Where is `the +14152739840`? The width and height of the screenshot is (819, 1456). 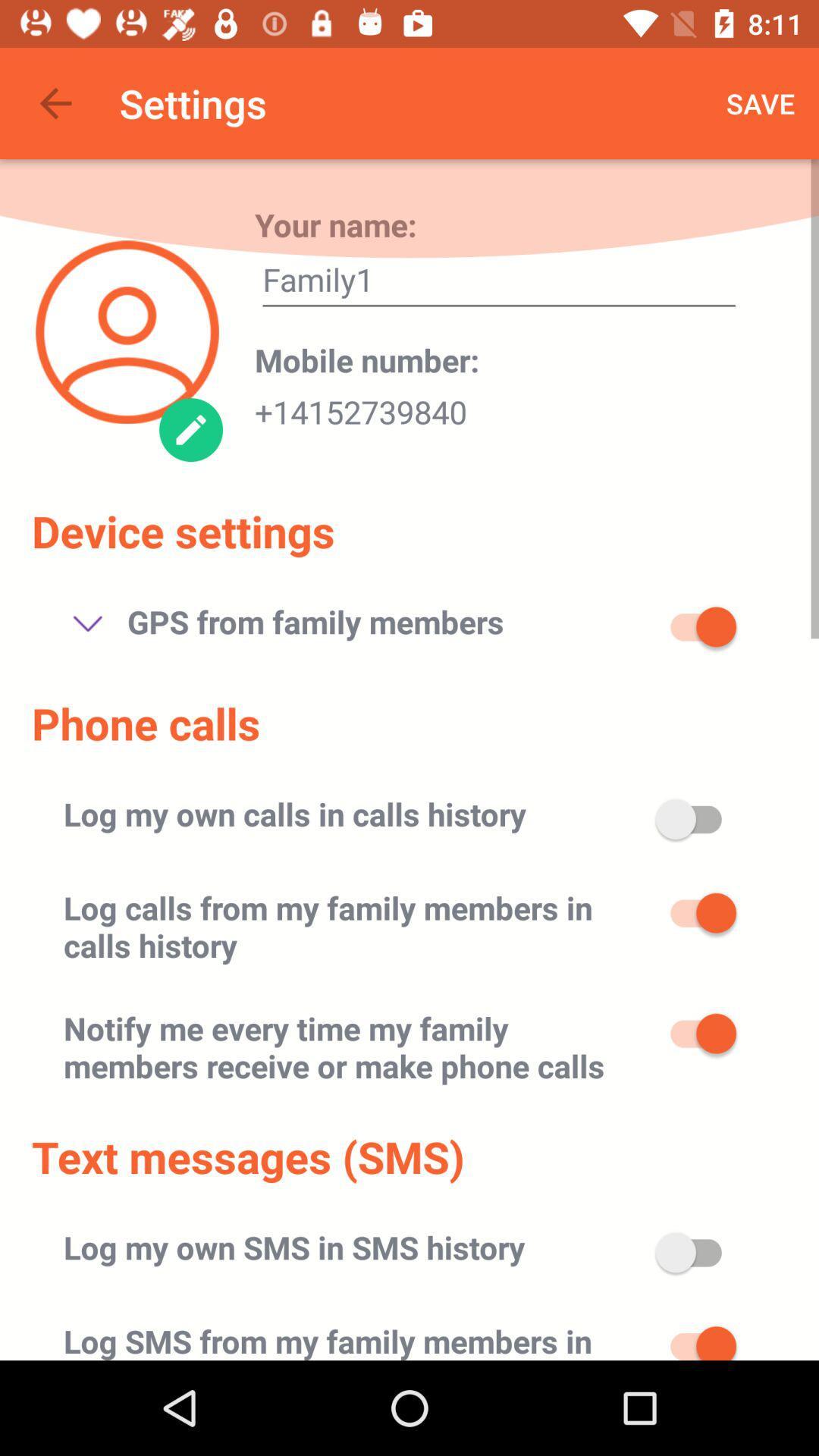
the +14152739840 is located at coordinates (360, 407).